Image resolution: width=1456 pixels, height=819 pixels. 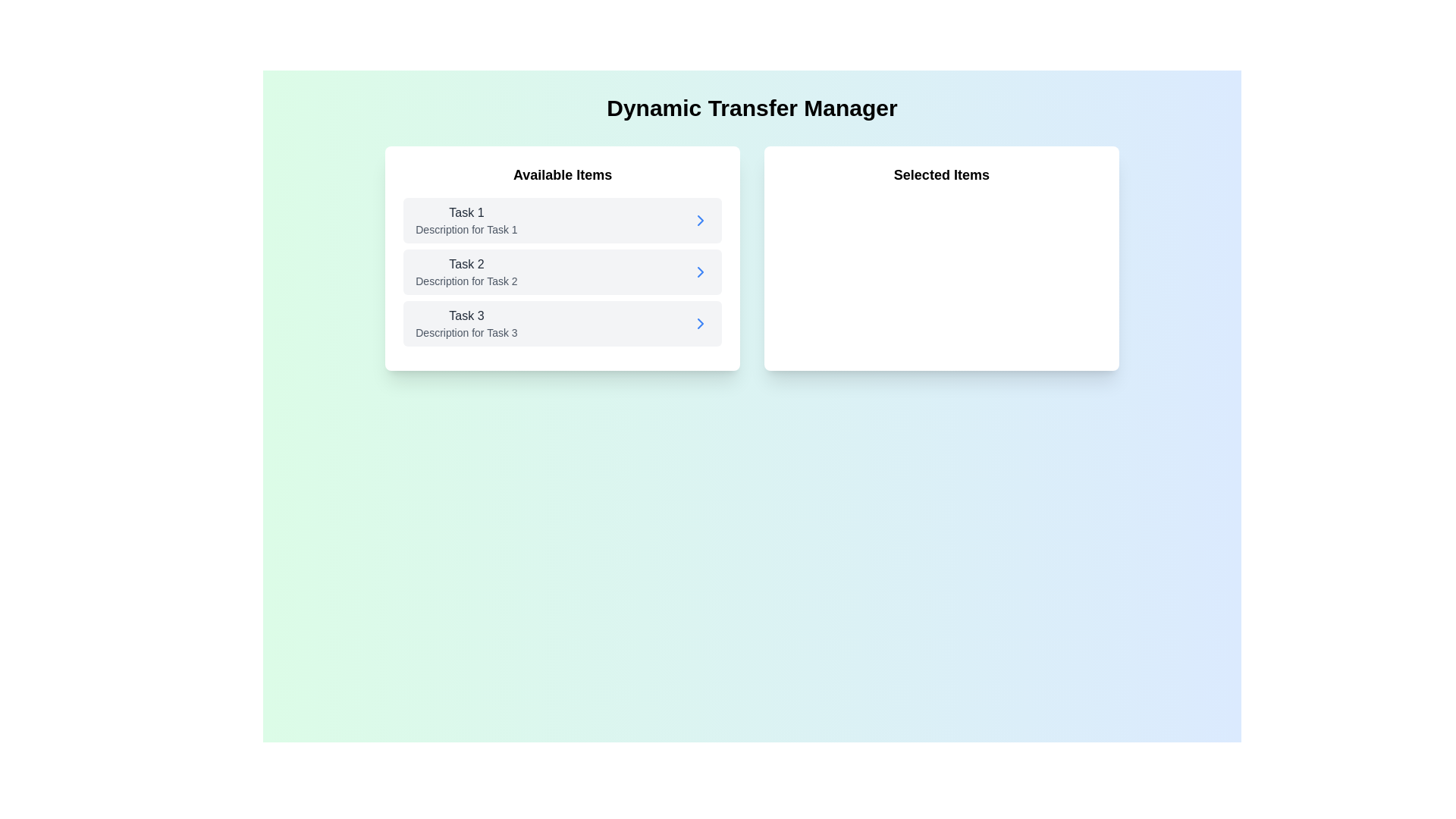 I want to click on the Label element displaying 'Task 1' and 'Description for Task 1' in the 'Available Items' section of the interface, so click(x=466, y=220).